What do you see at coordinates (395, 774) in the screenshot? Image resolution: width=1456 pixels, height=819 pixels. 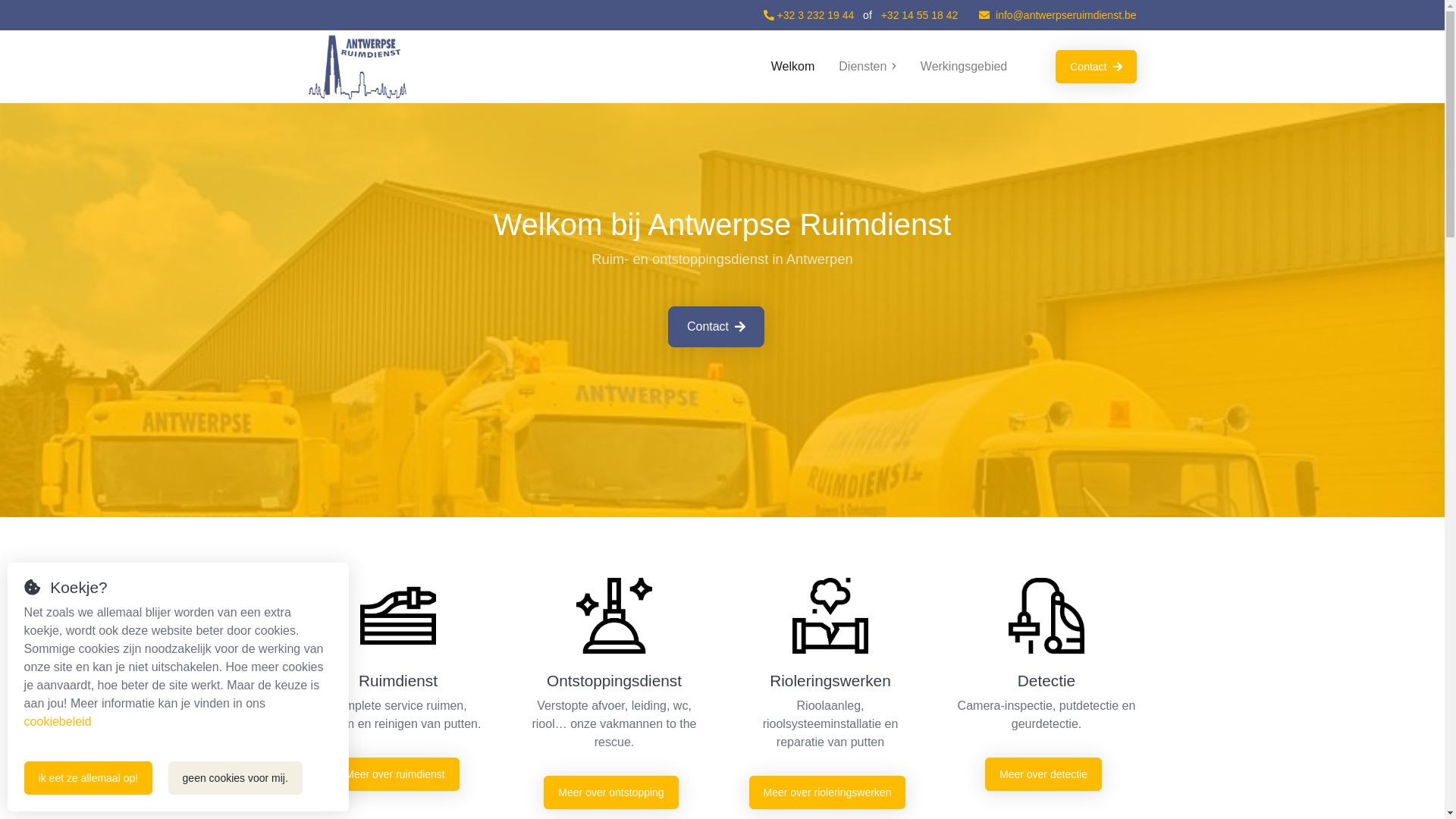 I see `'Meer over ruimdienst'` at bounding box center [395, 774].